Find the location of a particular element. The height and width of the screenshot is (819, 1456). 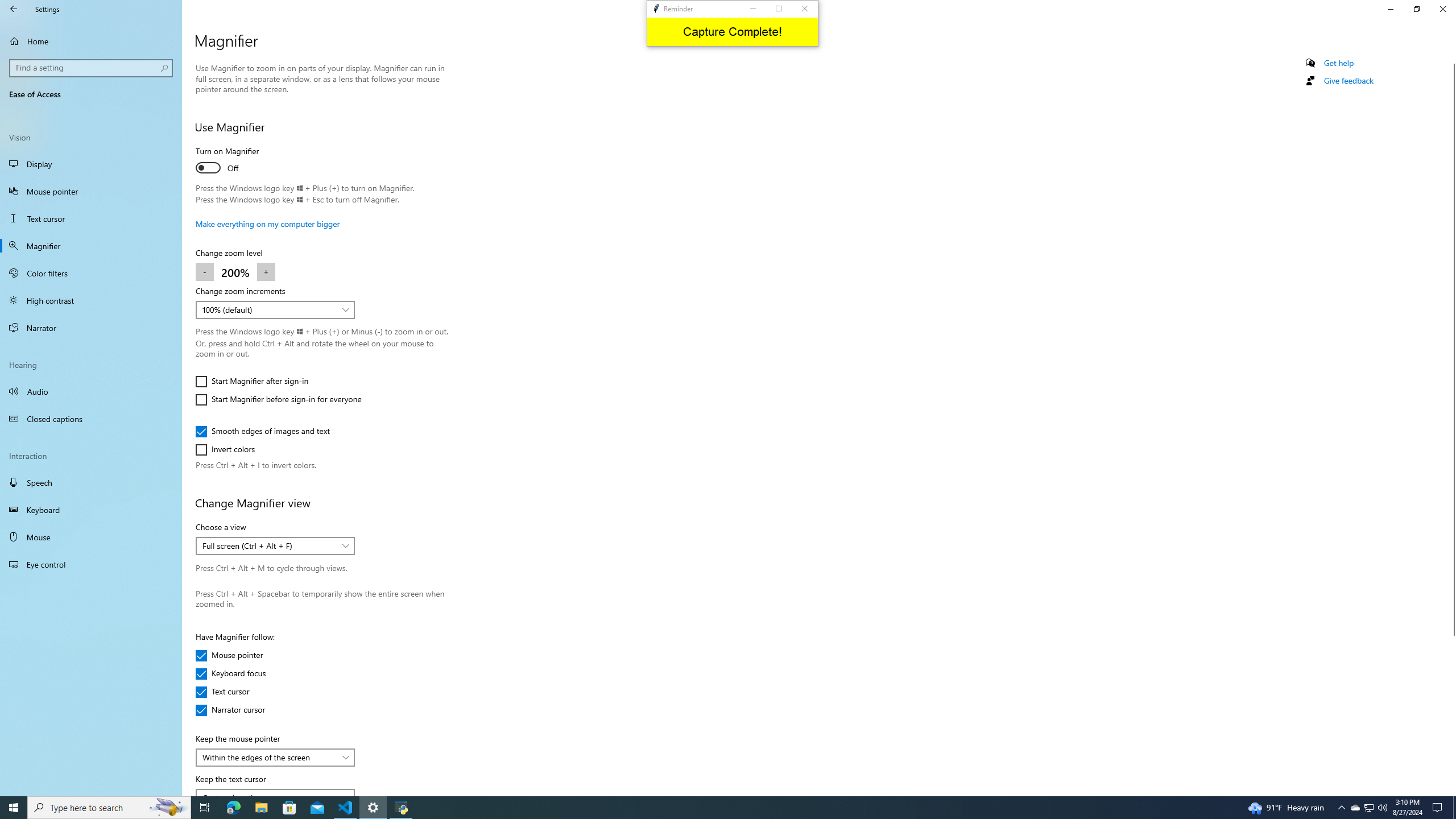

'Vertical Small Increase' is located at coordinates (1451, 791).